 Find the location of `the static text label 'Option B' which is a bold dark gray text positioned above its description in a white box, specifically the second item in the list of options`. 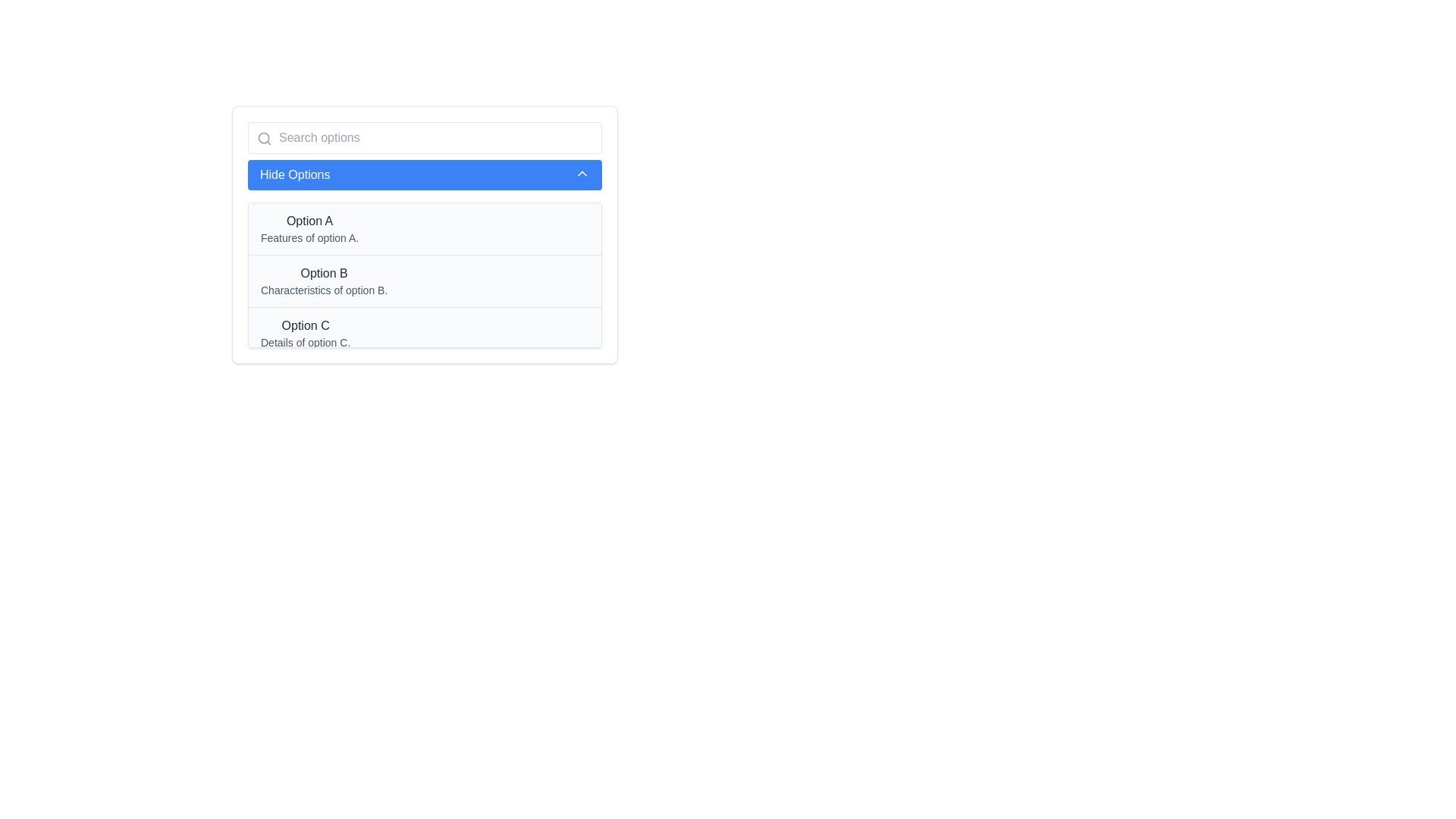

the static text label 'Option B' which is a bold dark gray text positioned above its description in a white box, specifically the second item in the list of options is located at coordinates (323, 274).